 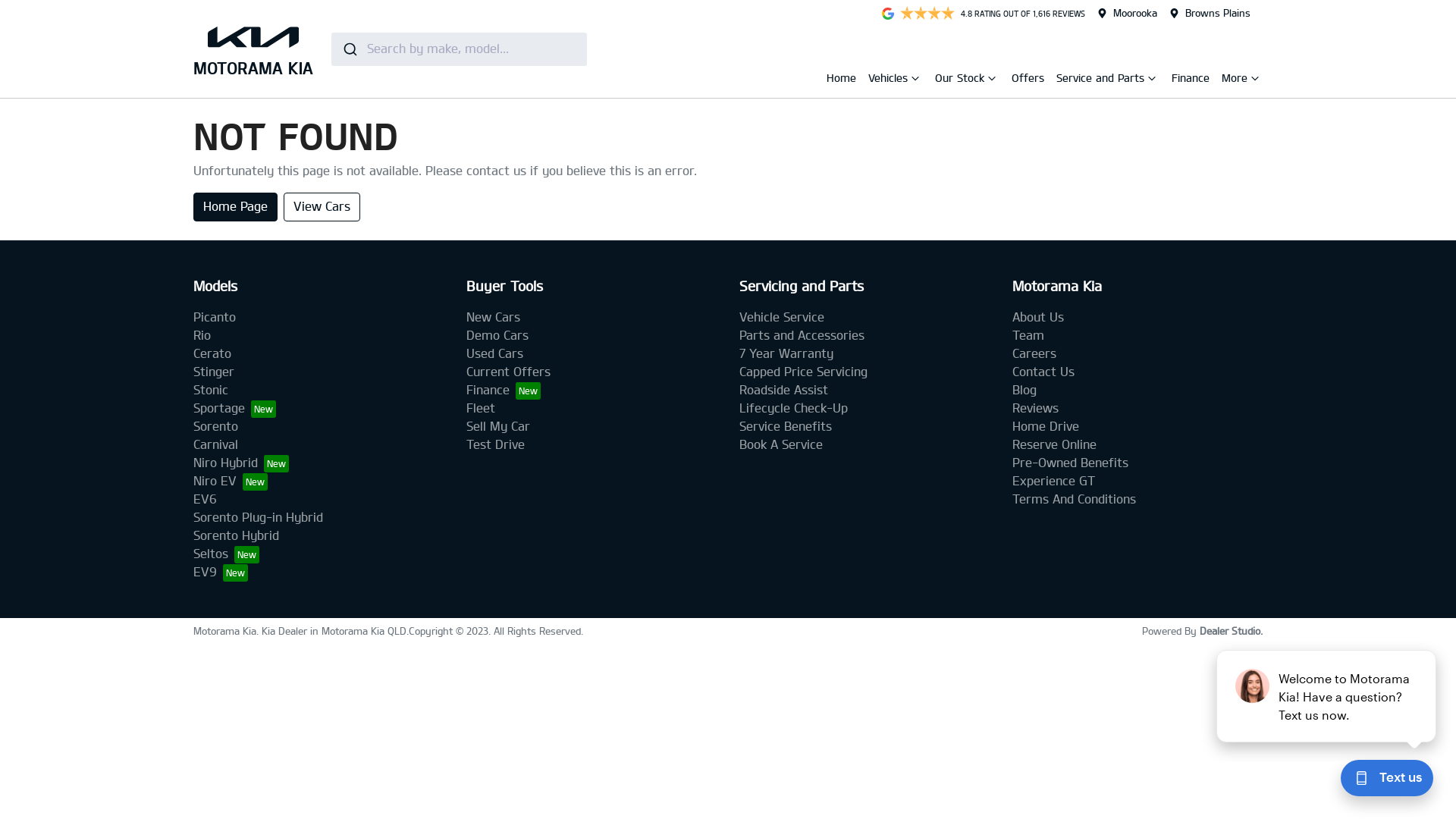 I want to click on 'Dealer Studio.', so click(x=1199, y=631).